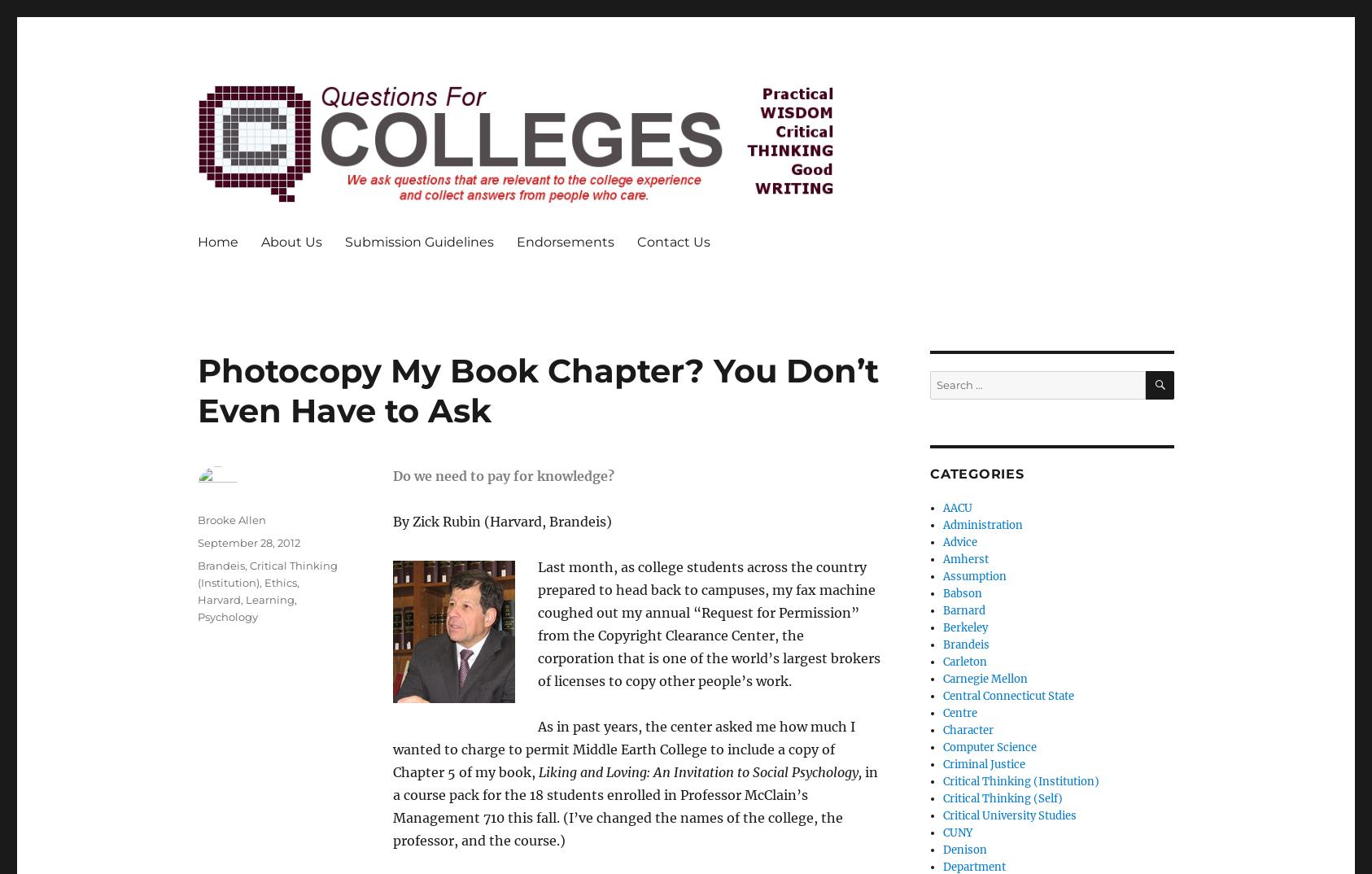 This screenshot has height=874, width=1372. I want to click on 'Photocopy My Book Chapter? You Don’t Even Have to Ask', so click(197, 389).